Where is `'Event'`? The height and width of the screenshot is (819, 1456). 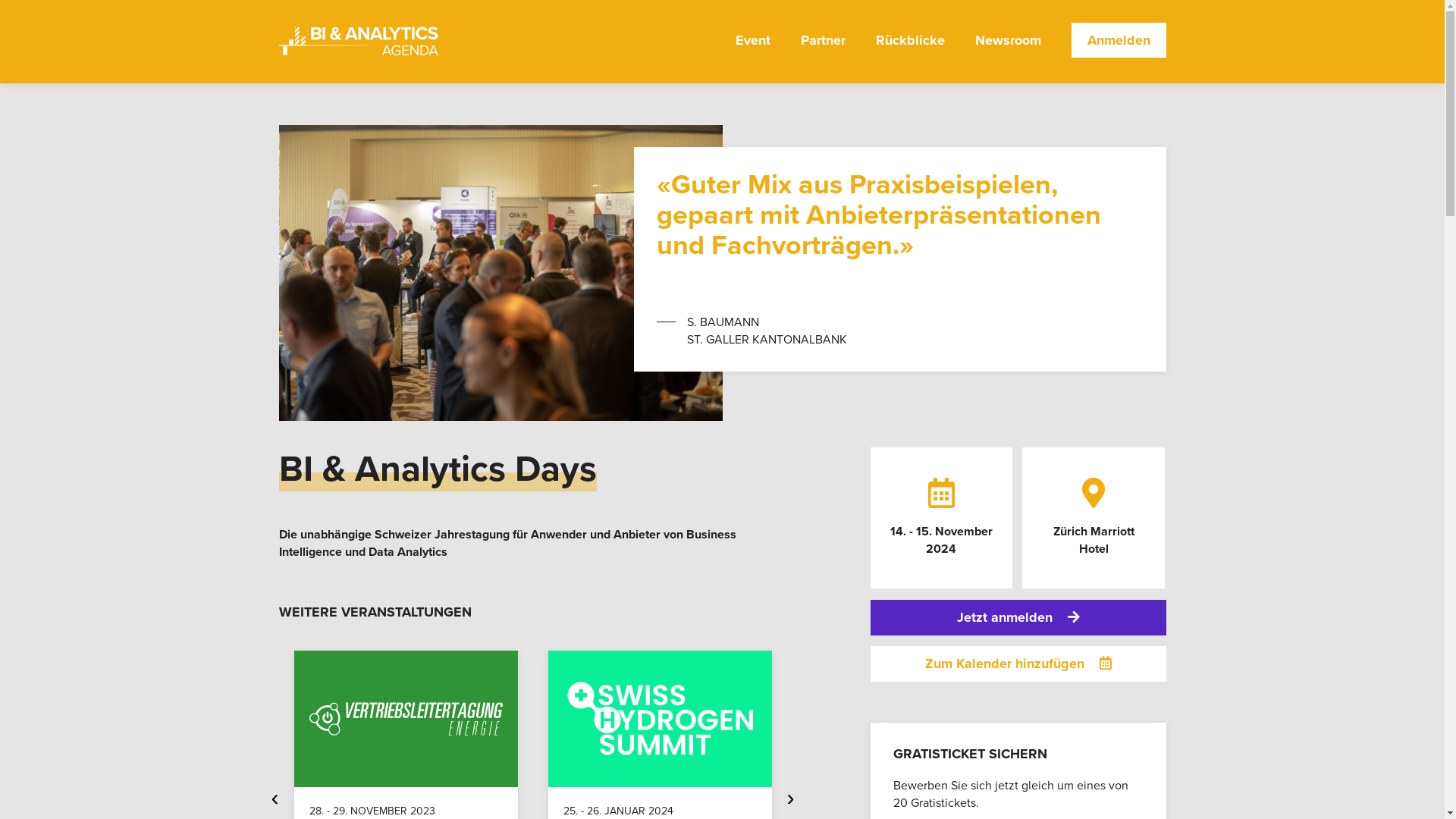
'Event' is located at coordinates (753, 51).